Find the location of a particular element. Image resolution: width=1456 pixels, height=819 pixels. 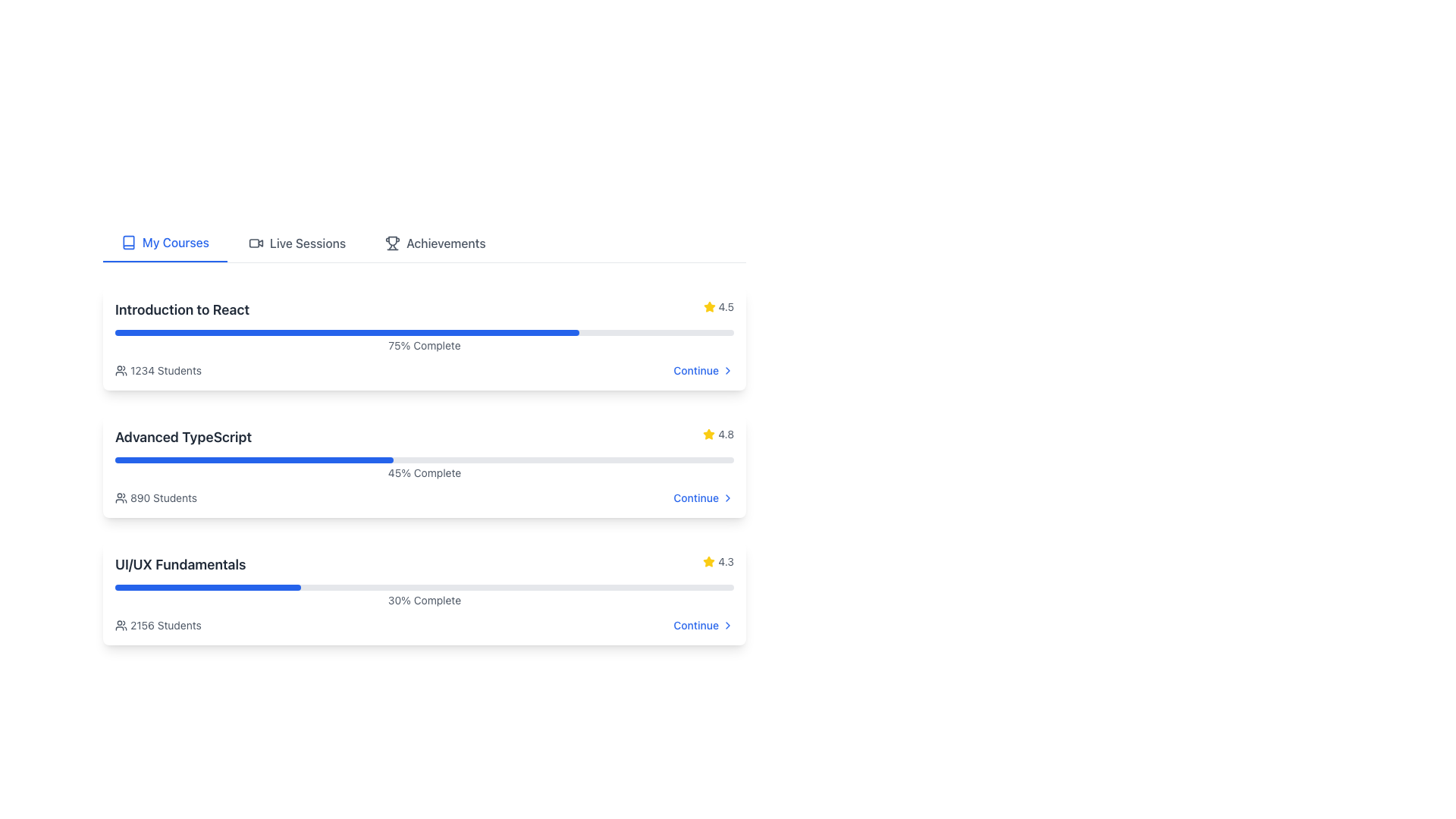

the 'Continue' hyperlink element is located at coordinates (703, 626).